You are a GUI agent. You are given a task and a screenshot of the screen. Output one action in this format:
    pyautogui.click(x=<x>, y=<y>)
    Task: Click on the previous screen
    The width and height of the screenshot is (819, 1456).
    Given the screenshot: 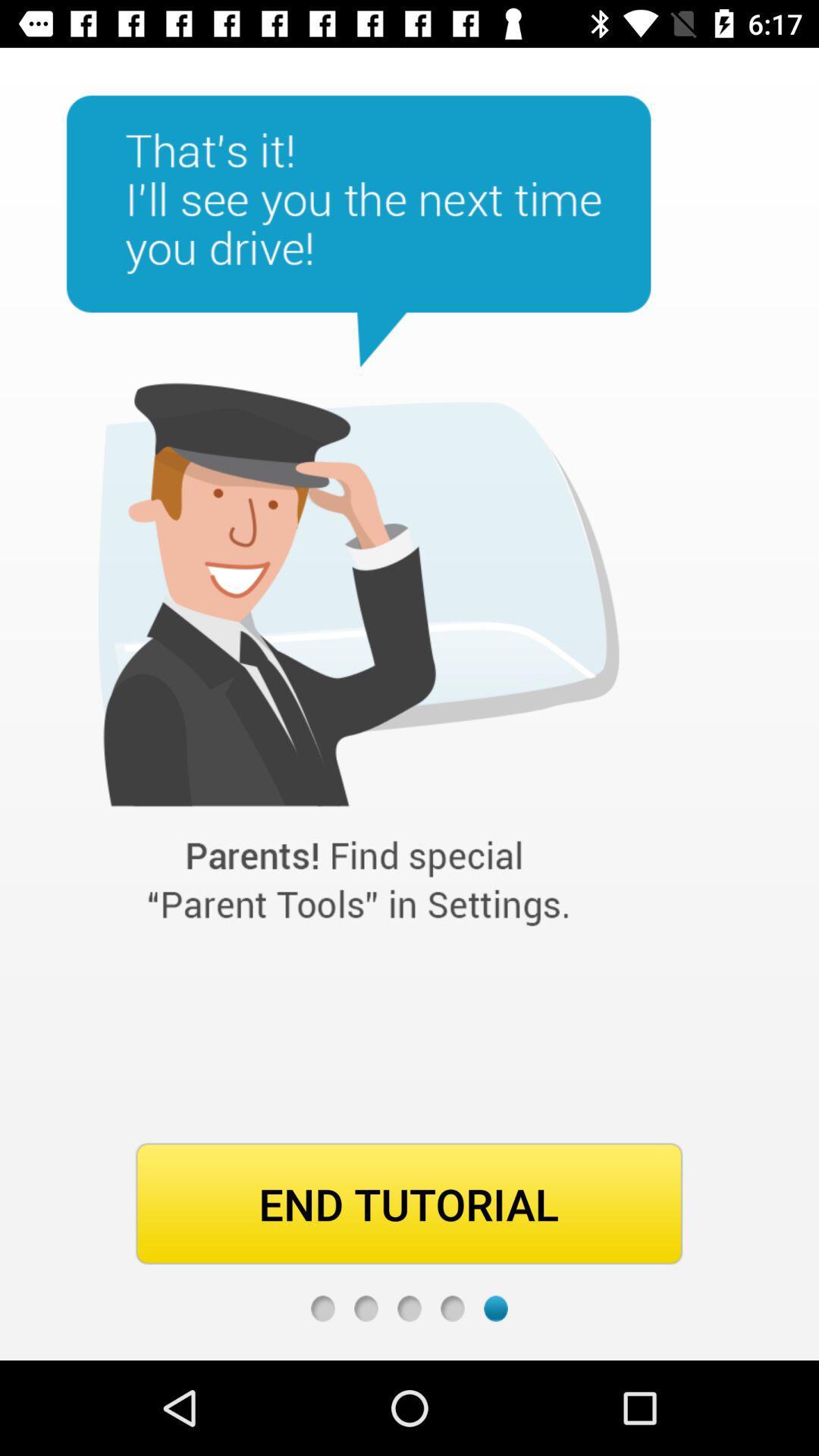 What is the action you would take?
    pyautogui.click(x=409, y=1307)
    